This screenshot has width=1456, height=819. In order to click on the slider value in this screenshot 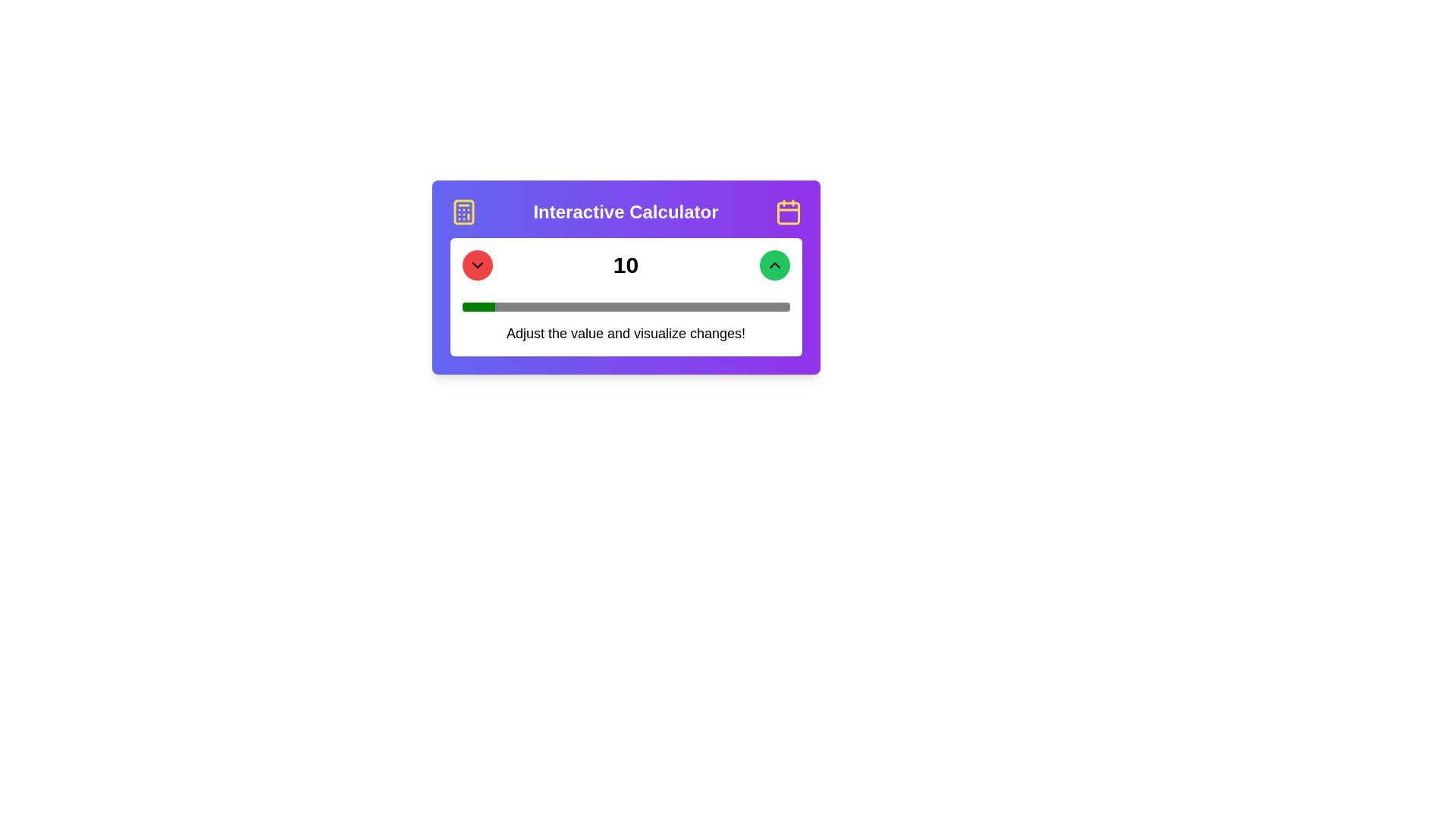, I will do `click(468, 307)`.